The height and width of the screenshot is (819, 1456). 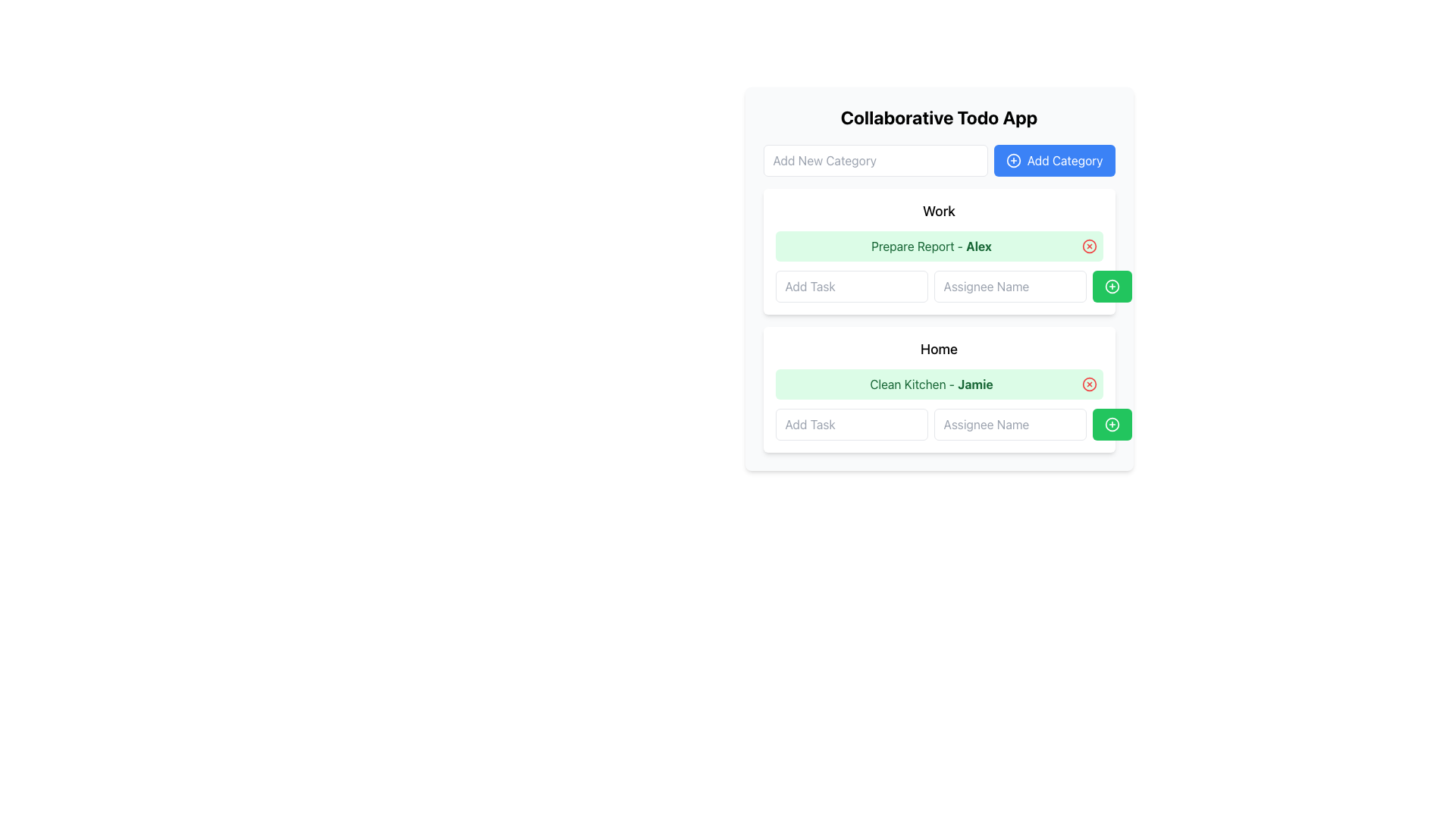 What do you see at coordinates (979, 245) in the screenshot?
I see `the text label displaying 'Alex', which is styled in a bold green font and is part of the task card 'Prepare Report - Alex' located in the 'Work' section` at bounding box center [979, 245].